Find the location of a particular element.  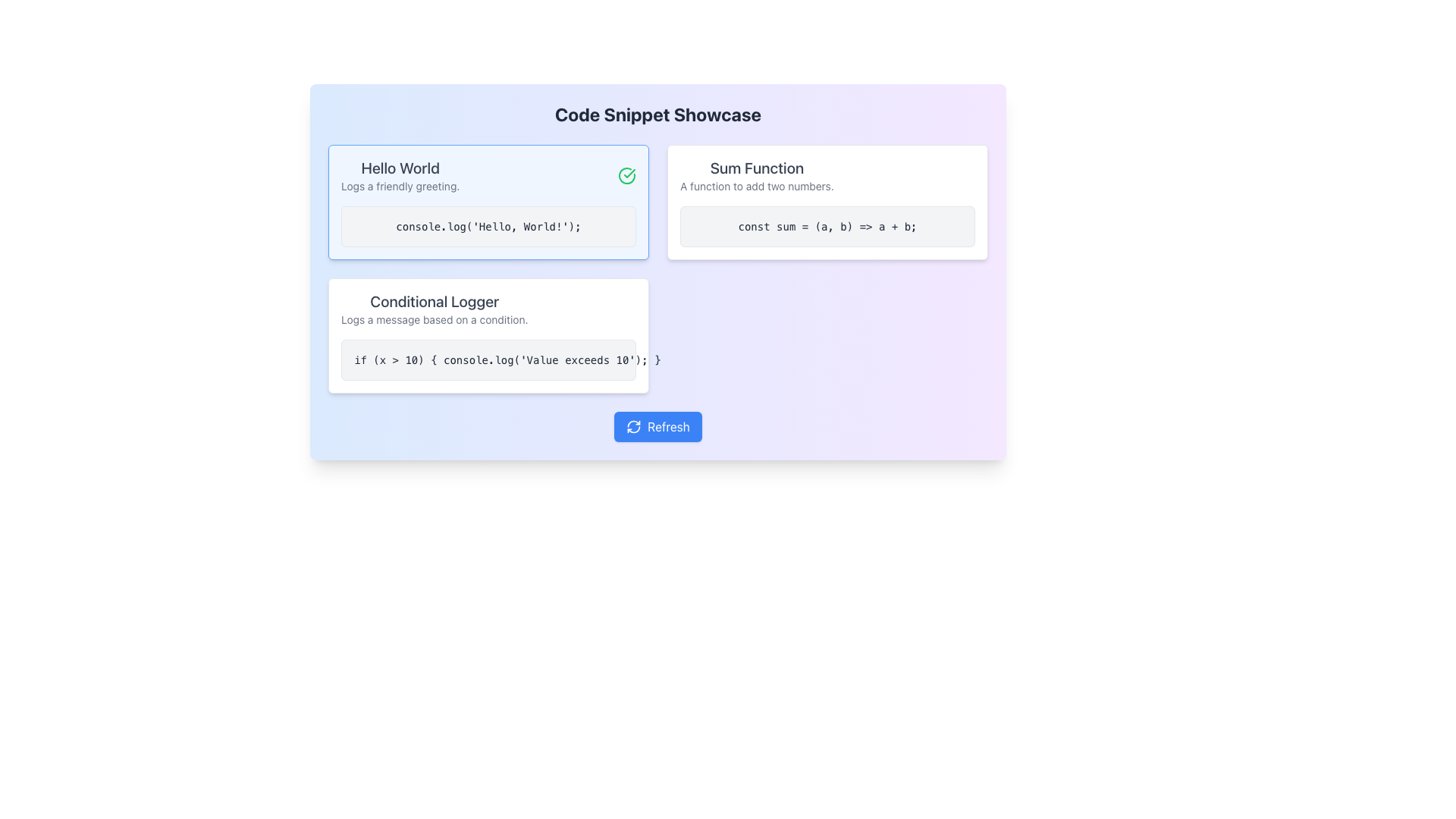

the Card element displaying the titled code snippet example for conditional logging in JavaScript is located at coordinates (488, 335).